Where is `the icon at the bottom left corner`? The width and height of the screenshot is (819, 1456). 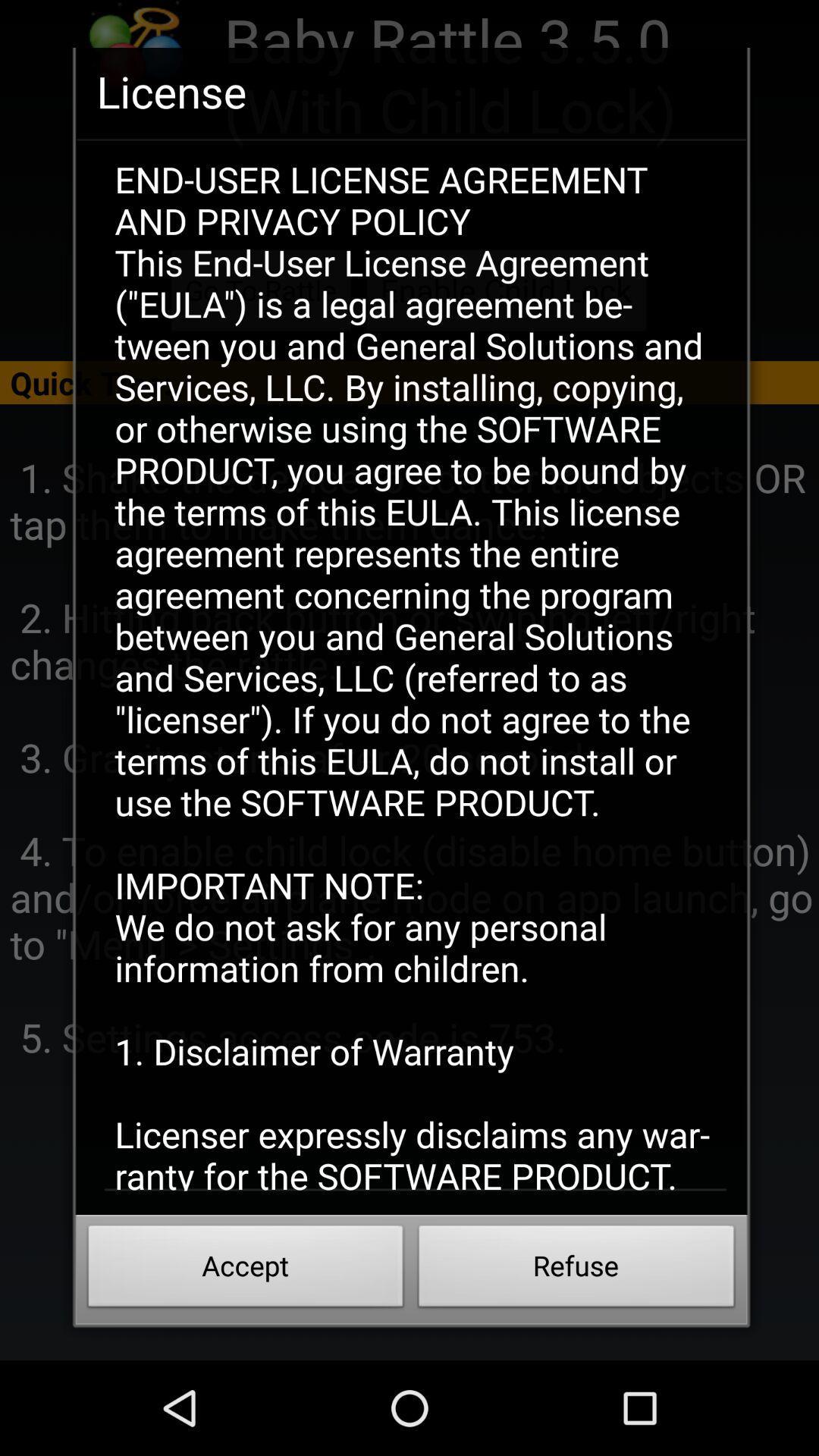 the icon at the bottom left corner is located at coordinates (245, 1270).